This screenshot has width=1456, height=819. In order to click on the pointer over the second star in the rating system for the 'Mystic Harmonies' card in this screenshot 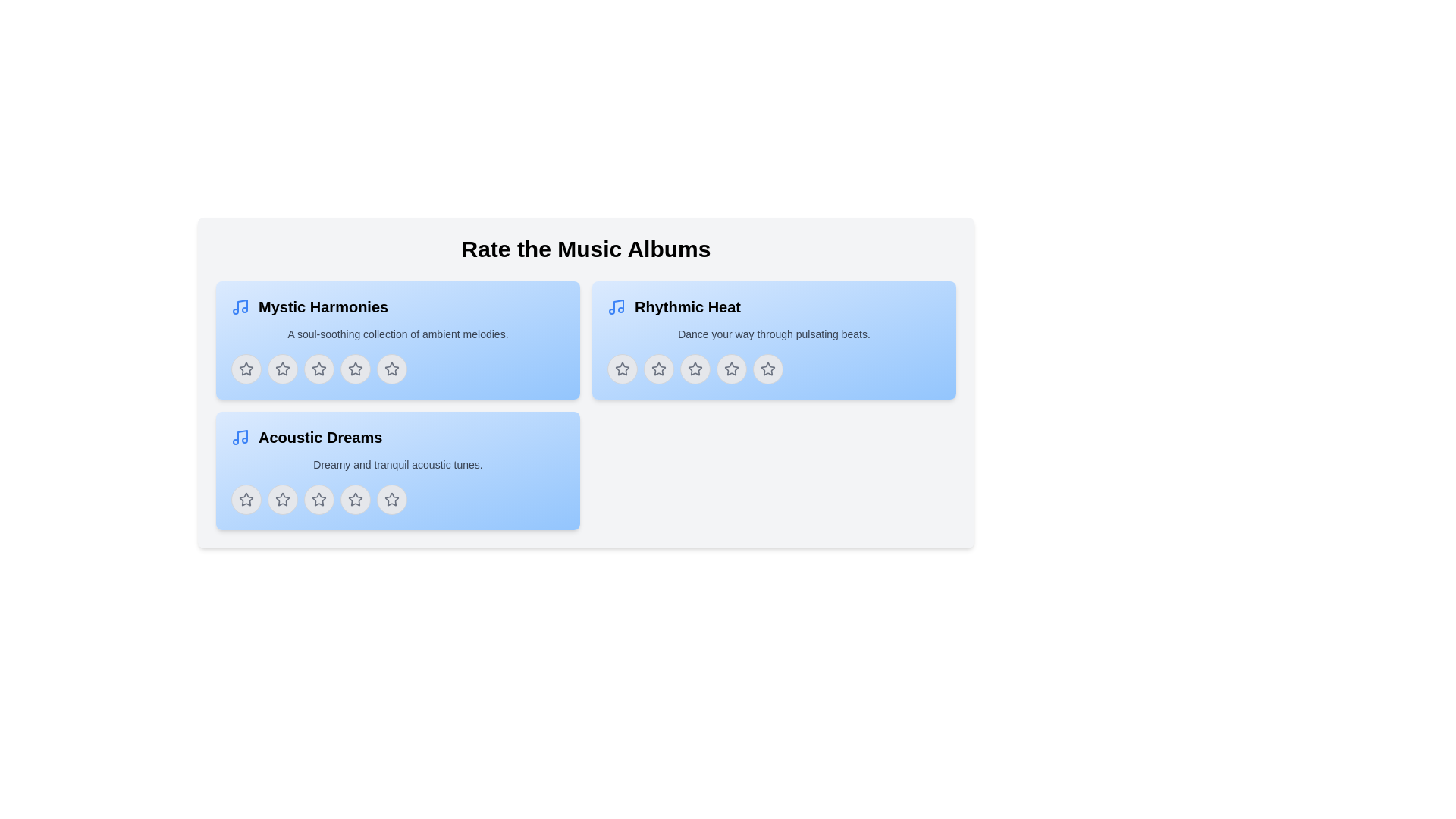, I will do `click(283, 369)`.